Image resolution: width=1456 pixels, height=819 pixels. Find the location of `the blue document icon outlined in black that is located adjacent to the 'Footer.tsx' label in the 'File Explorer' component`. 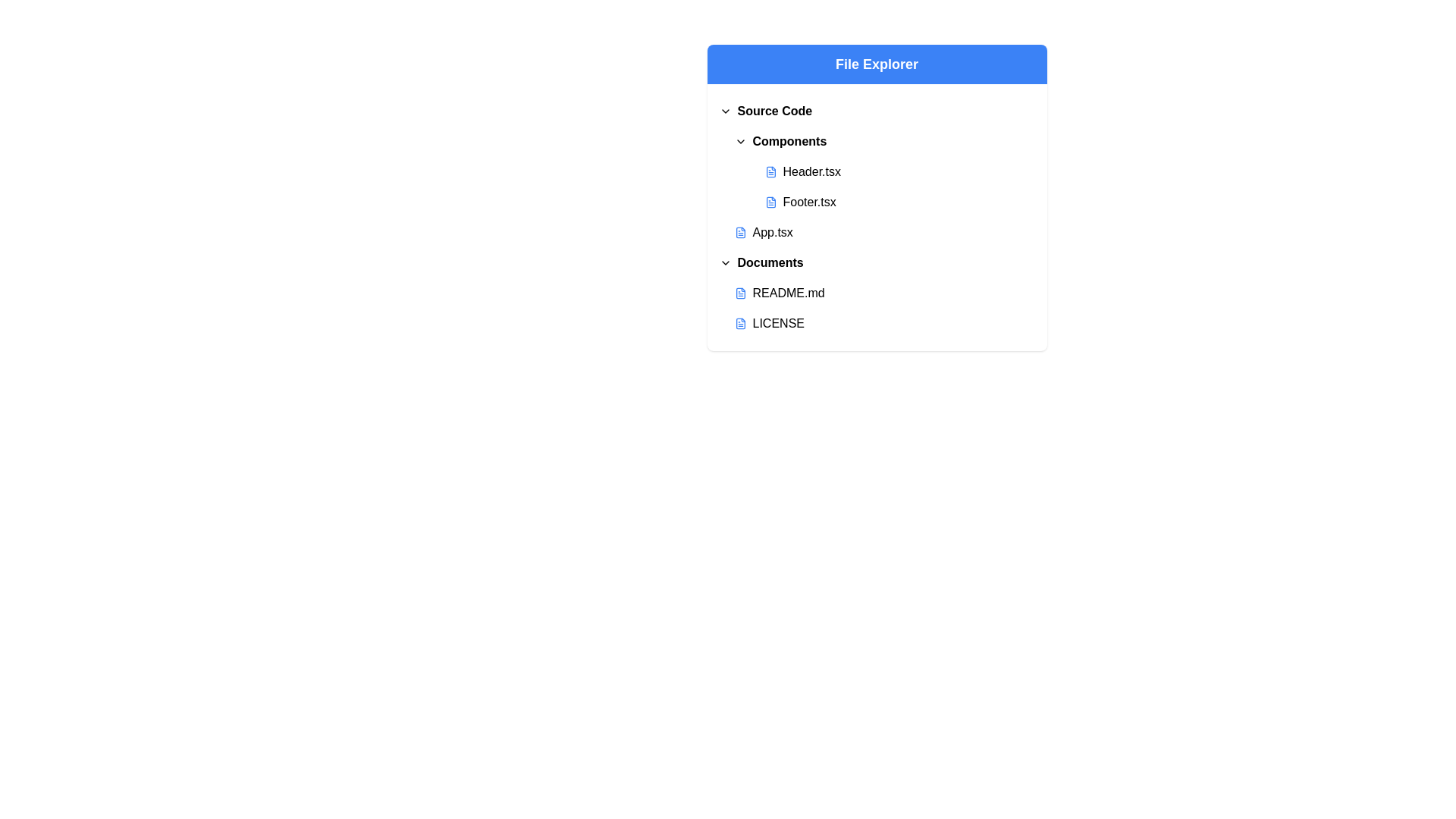

the blue document icon outlined in black that is located adjacent to the 'Footer.tsx' label in the 'File Explorer' component is located at coordinates (770, 201).